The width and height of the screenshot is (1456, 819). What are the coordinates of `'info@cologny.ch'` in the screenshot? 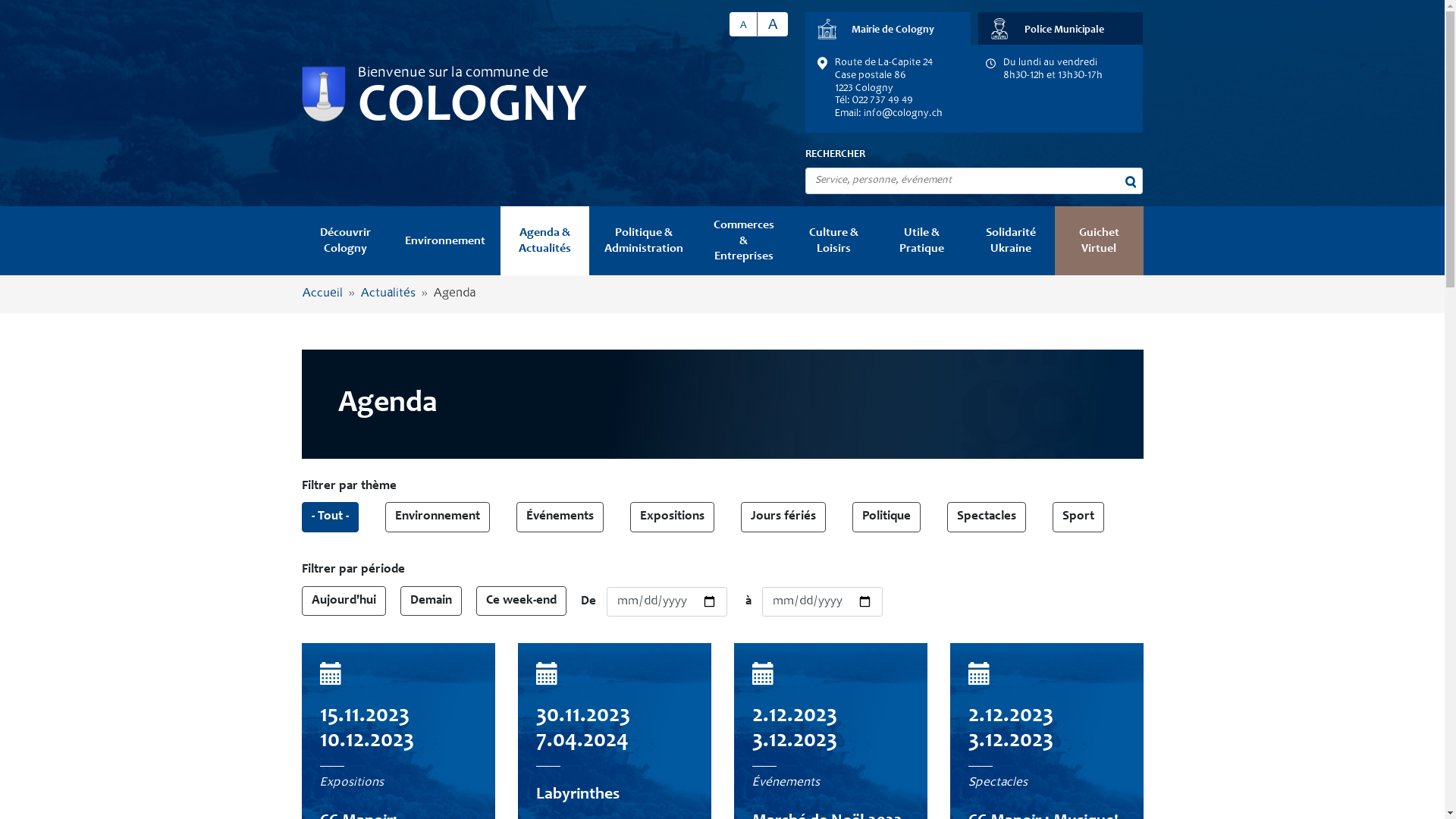 It's located at (902, 113).